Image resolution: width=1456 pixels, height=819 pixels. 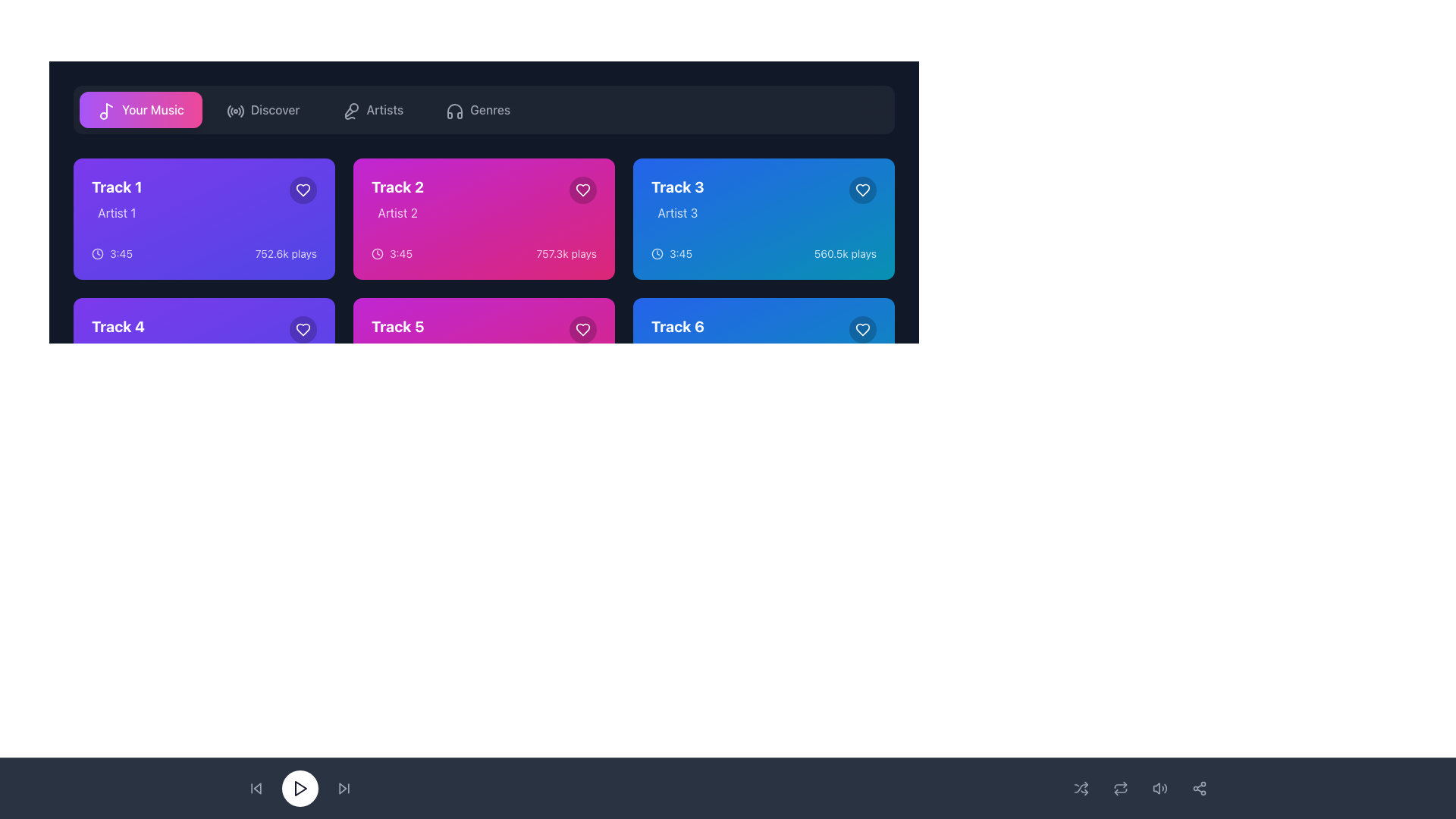 I want to click on text content of the Text Label identifying the artist for 'Track 2', which is located in the pink card in the second column of the first row of the track grid, so click(x=397, y=213).